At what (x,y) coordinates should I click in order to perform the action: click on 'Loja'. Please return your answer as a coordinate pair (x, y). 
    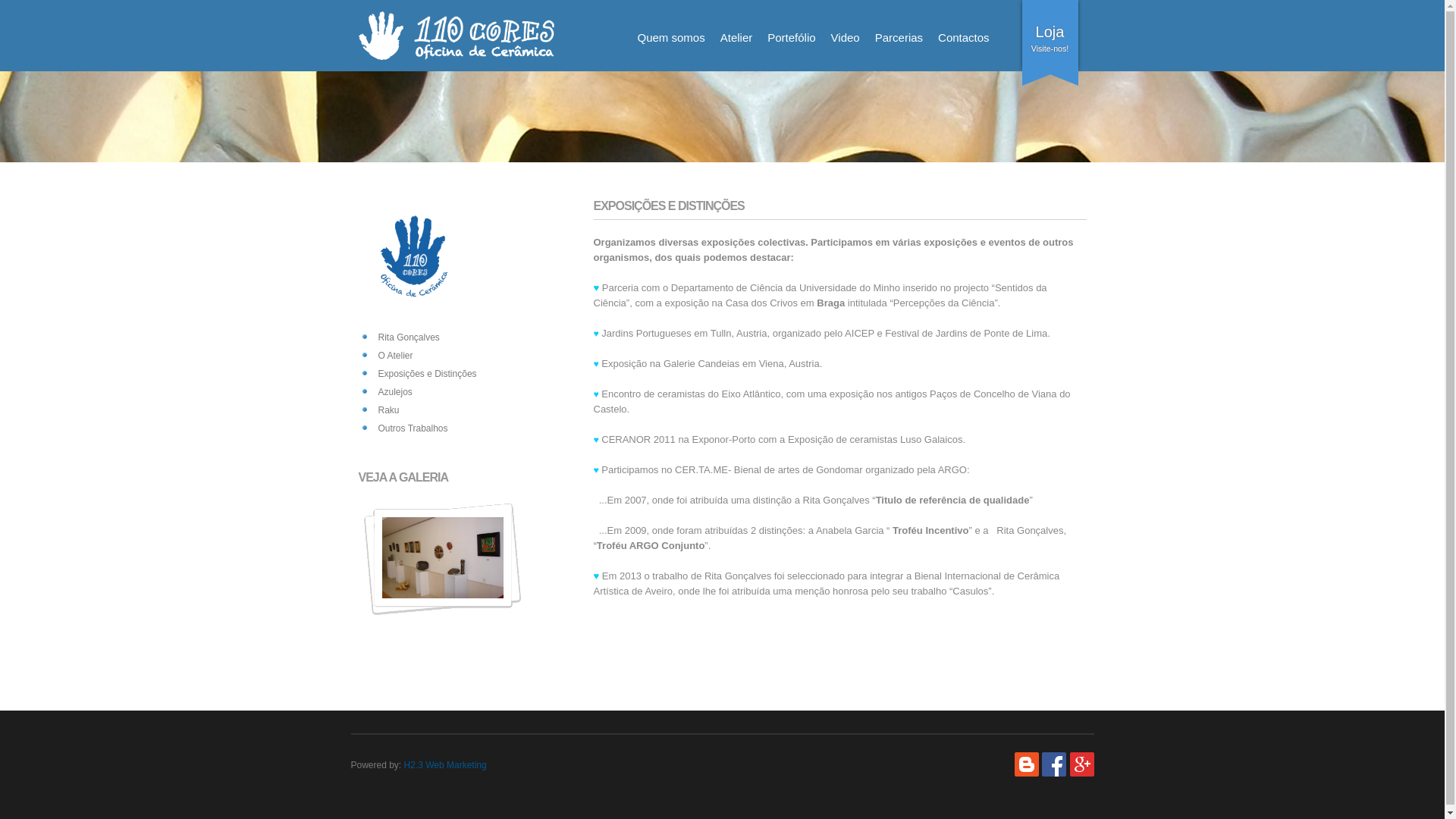
    Looking at the image, I should click on (1050, 32).